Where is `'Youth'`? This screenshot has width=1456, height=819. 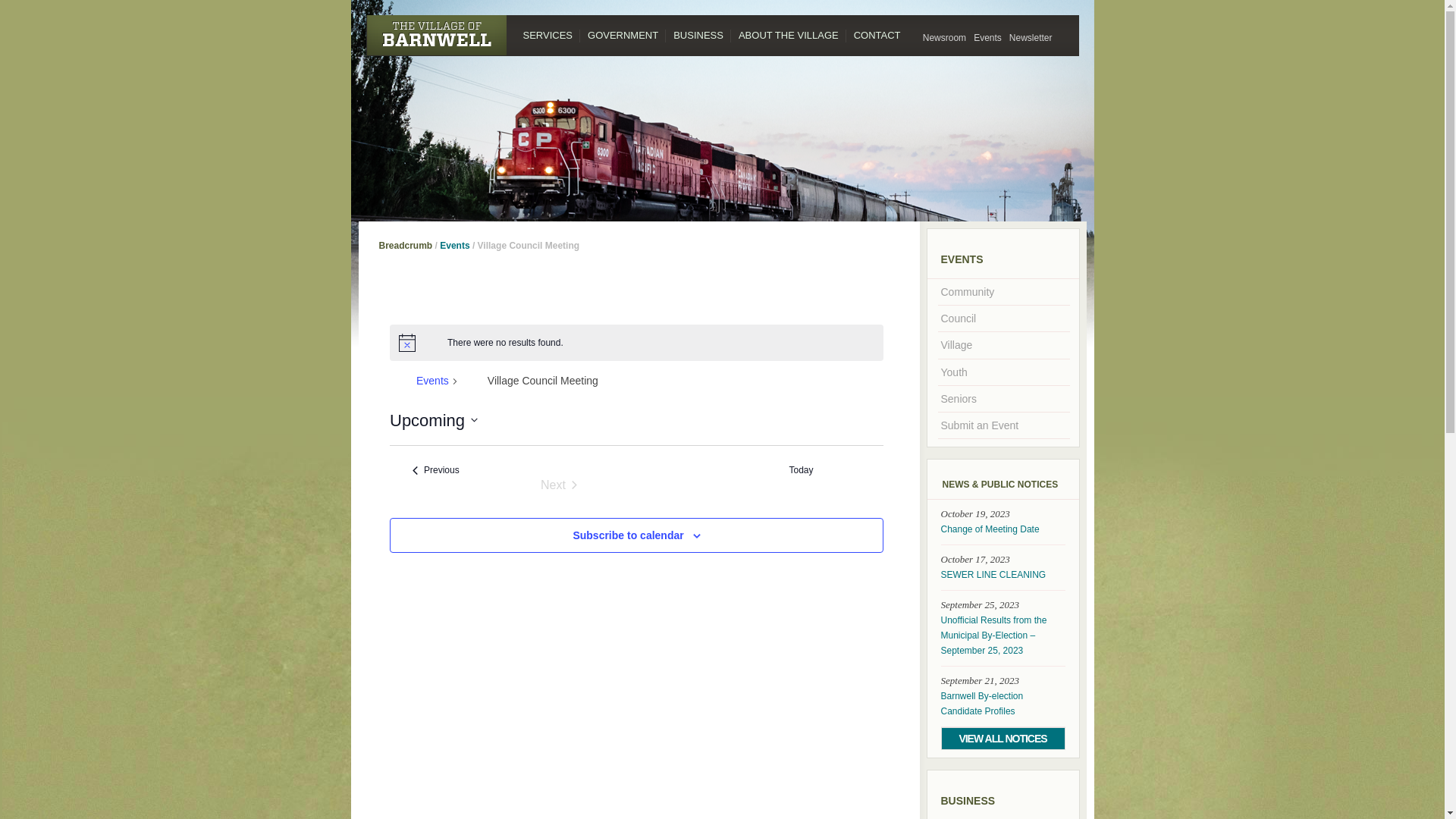 'Youth' is located at coordinates (1002, 372).